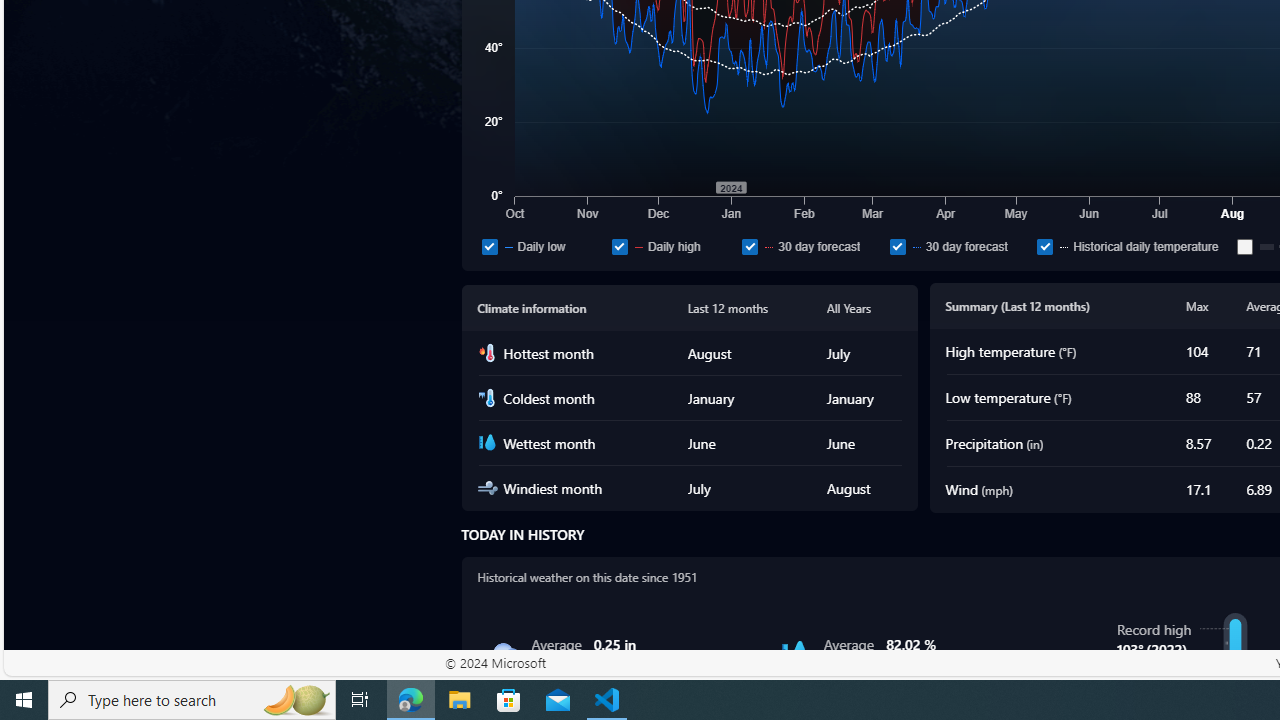 The width and height of the screenshot is (1280, 720). Describe the element at coordinates (1133, 245) in the screenshot. I see `'Historical daily temperature'` at that location.